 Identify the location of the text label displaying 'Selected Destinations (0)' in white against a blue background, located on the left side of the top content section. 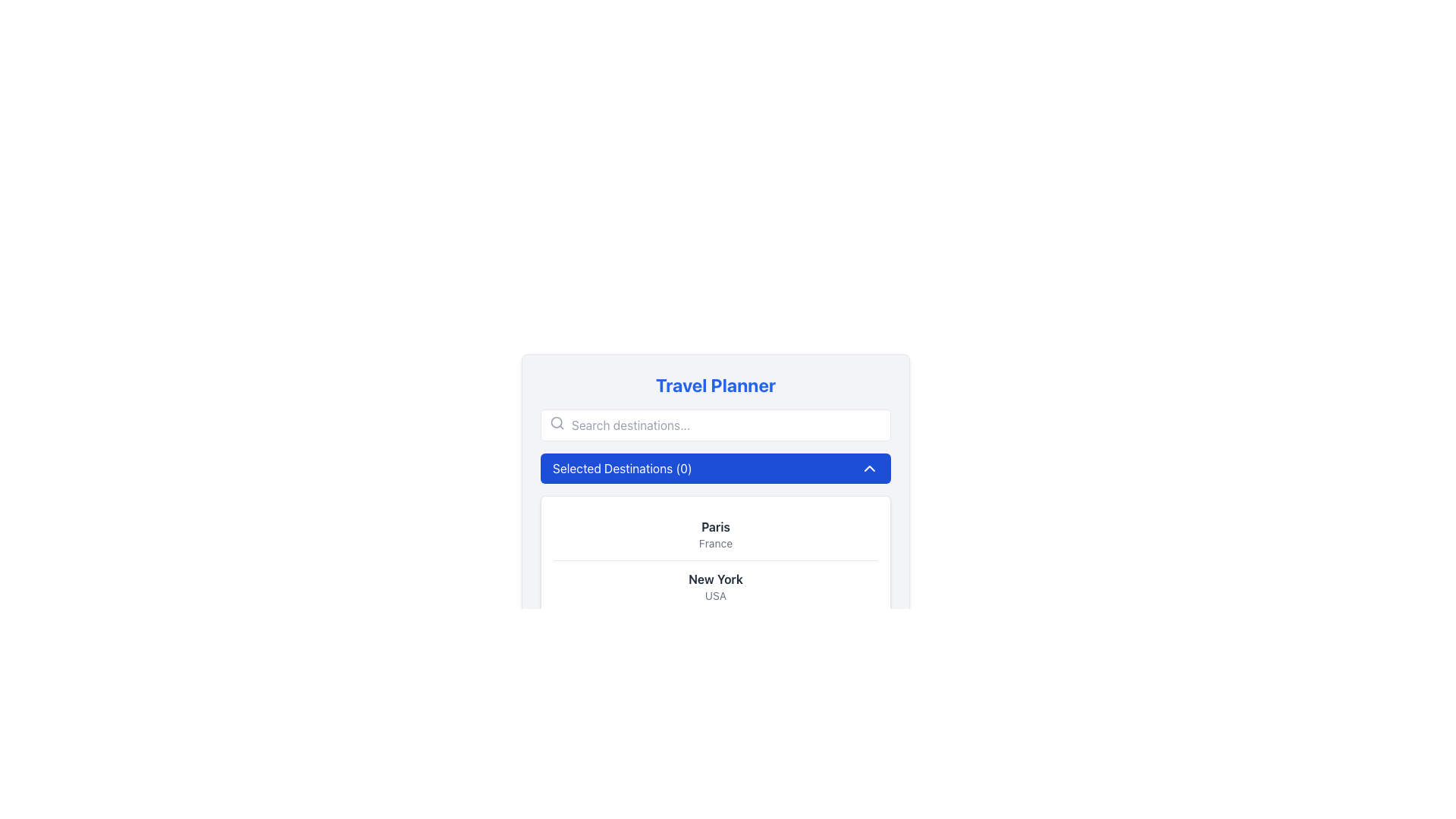
(622, 467).